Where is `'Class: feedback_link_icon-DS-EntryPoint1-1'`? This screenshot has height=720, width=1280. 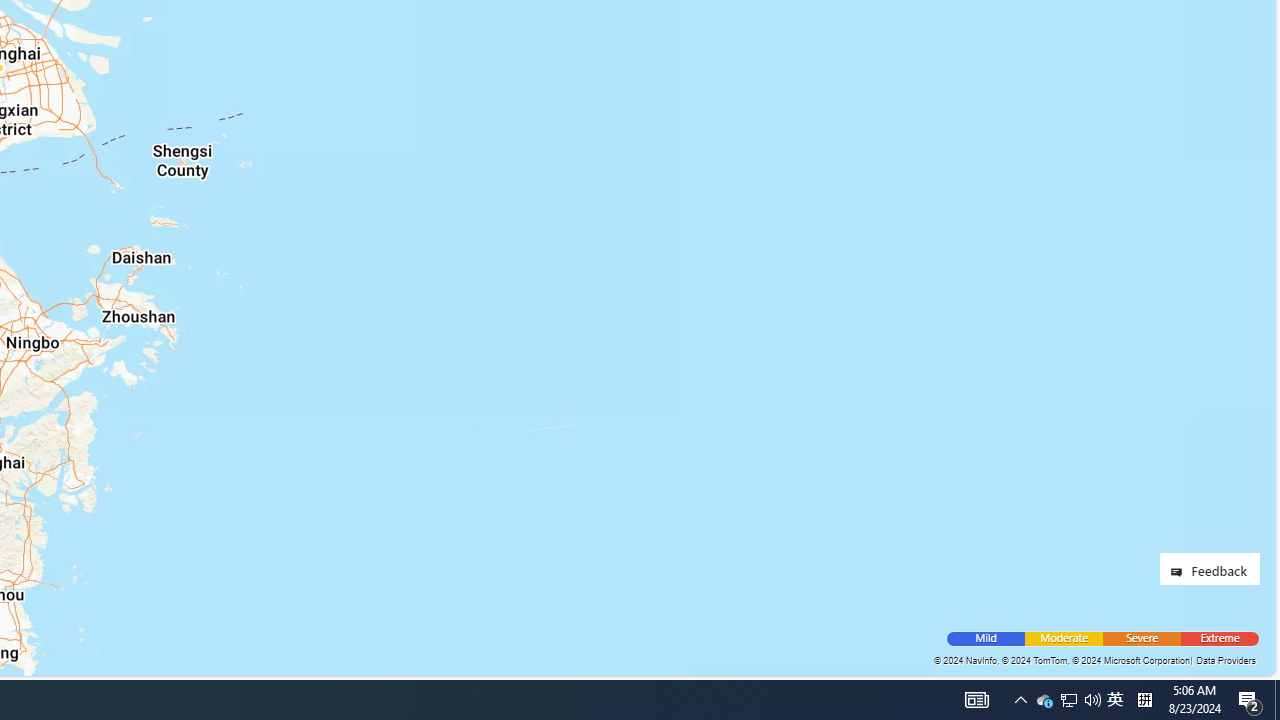
'Class: feedback_link_icon-DS-EntryPoint1-1' is located at coordinates (1180, 572).